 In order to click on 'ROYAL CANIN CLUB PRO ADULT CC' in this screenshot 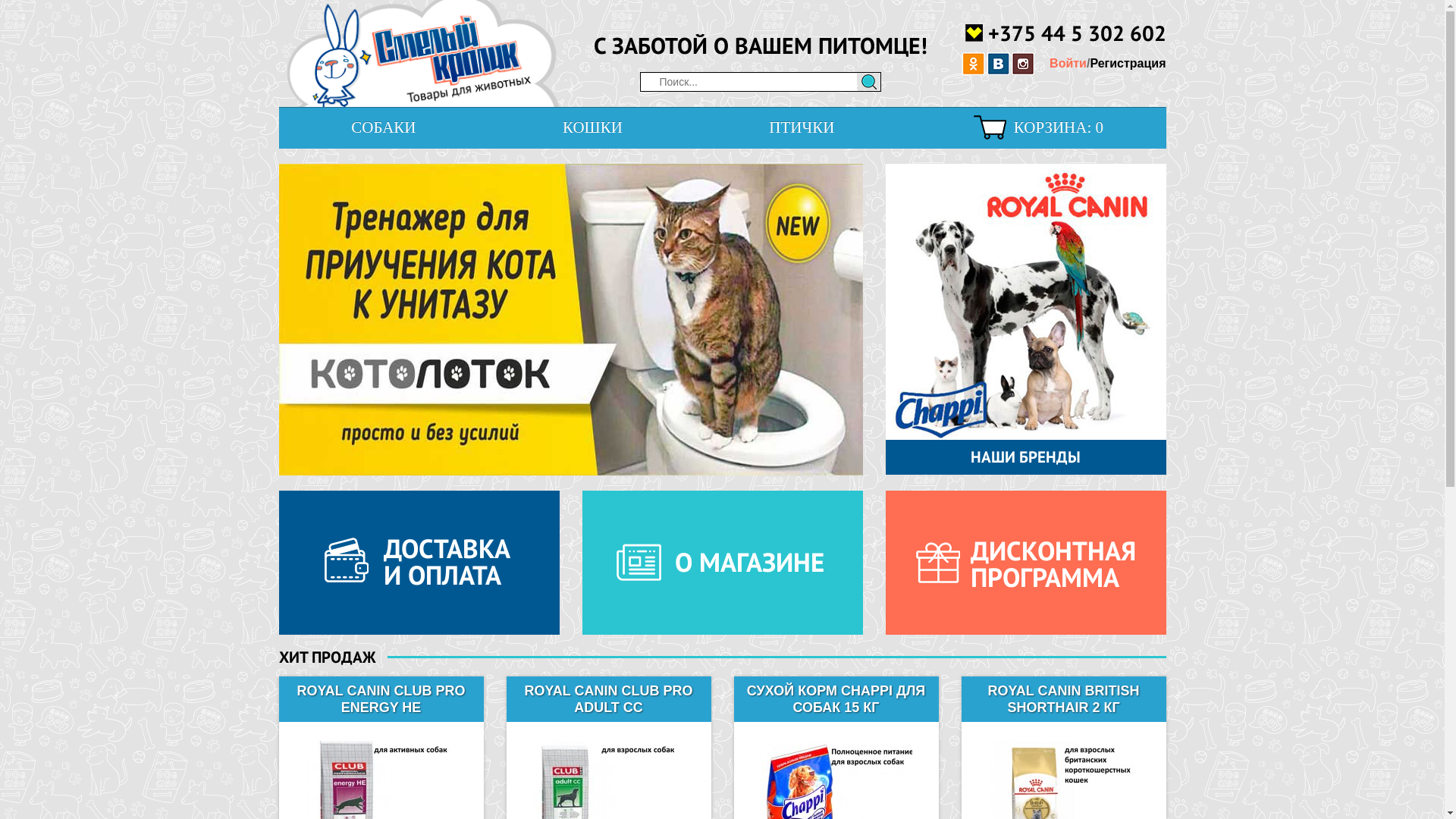, I will do `click(510, 698)`.